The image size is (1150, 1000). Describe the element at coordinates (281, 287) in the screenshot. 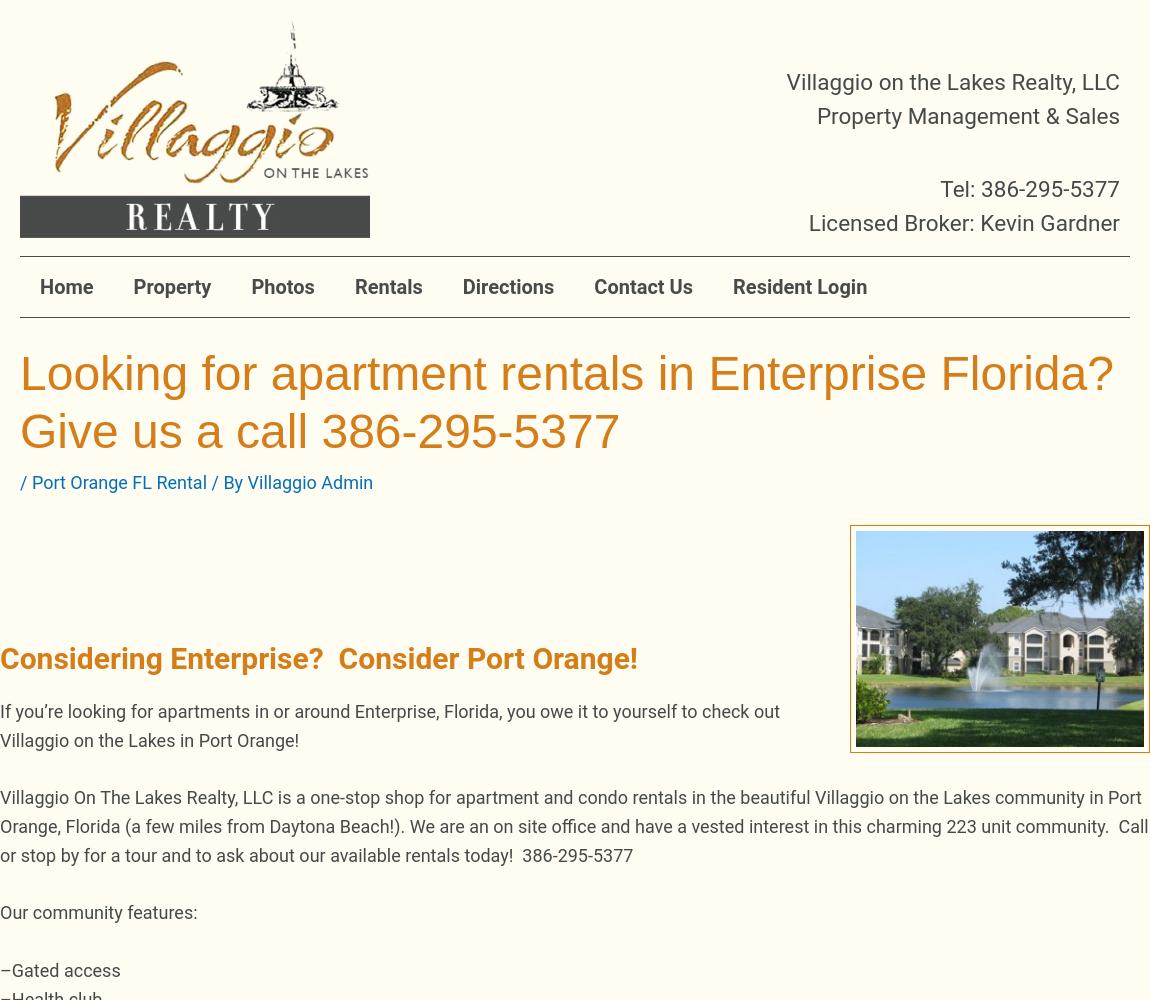

I see `'Photos'` at that location.